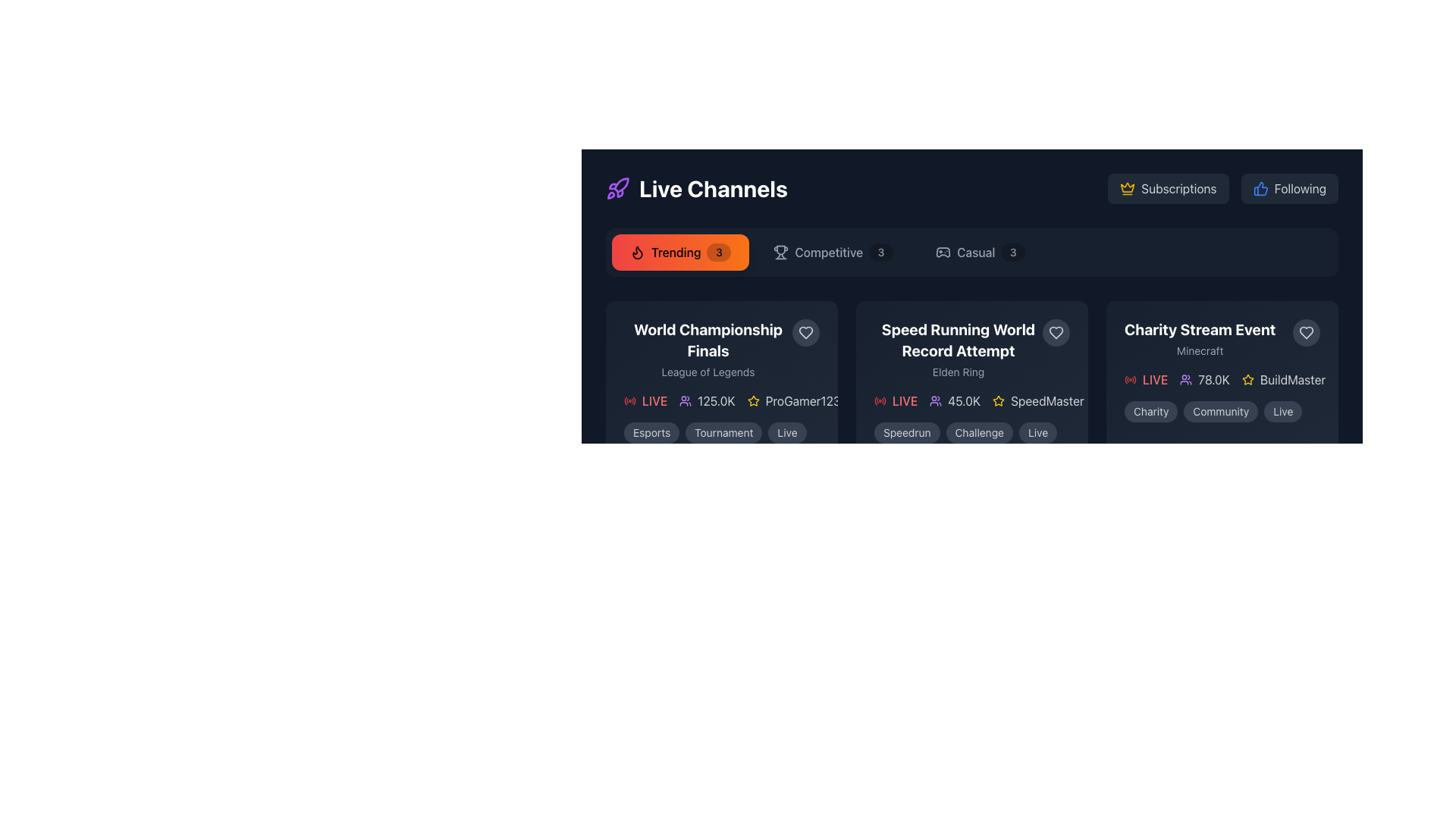 Image resolution: width=1456 pixels, height=819 pixels. I want to click on the last button in the horizontal navigation bar, so click(981, 251).